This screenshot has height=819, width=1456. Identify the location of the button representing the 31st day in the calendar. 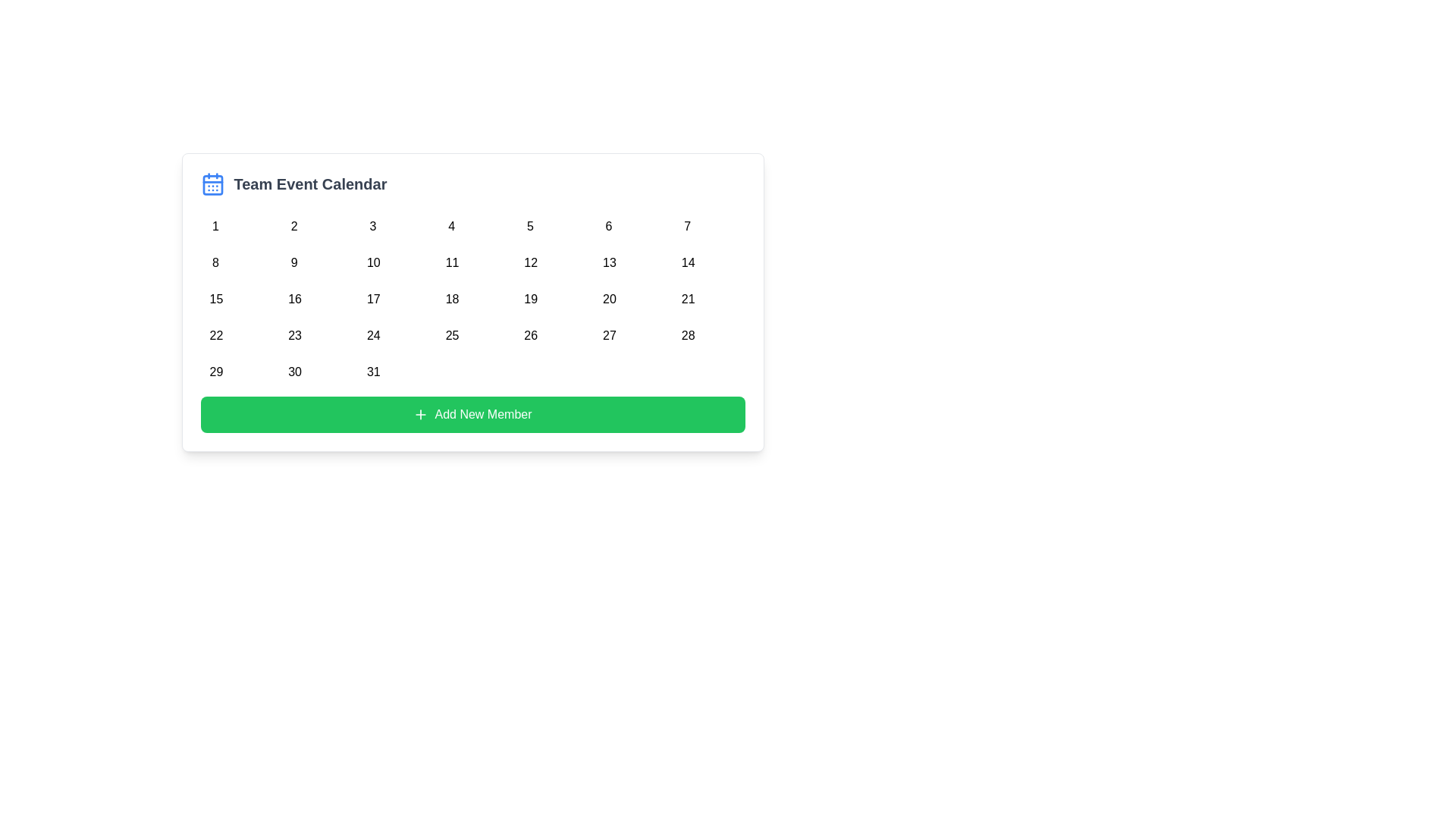
(372, 369).